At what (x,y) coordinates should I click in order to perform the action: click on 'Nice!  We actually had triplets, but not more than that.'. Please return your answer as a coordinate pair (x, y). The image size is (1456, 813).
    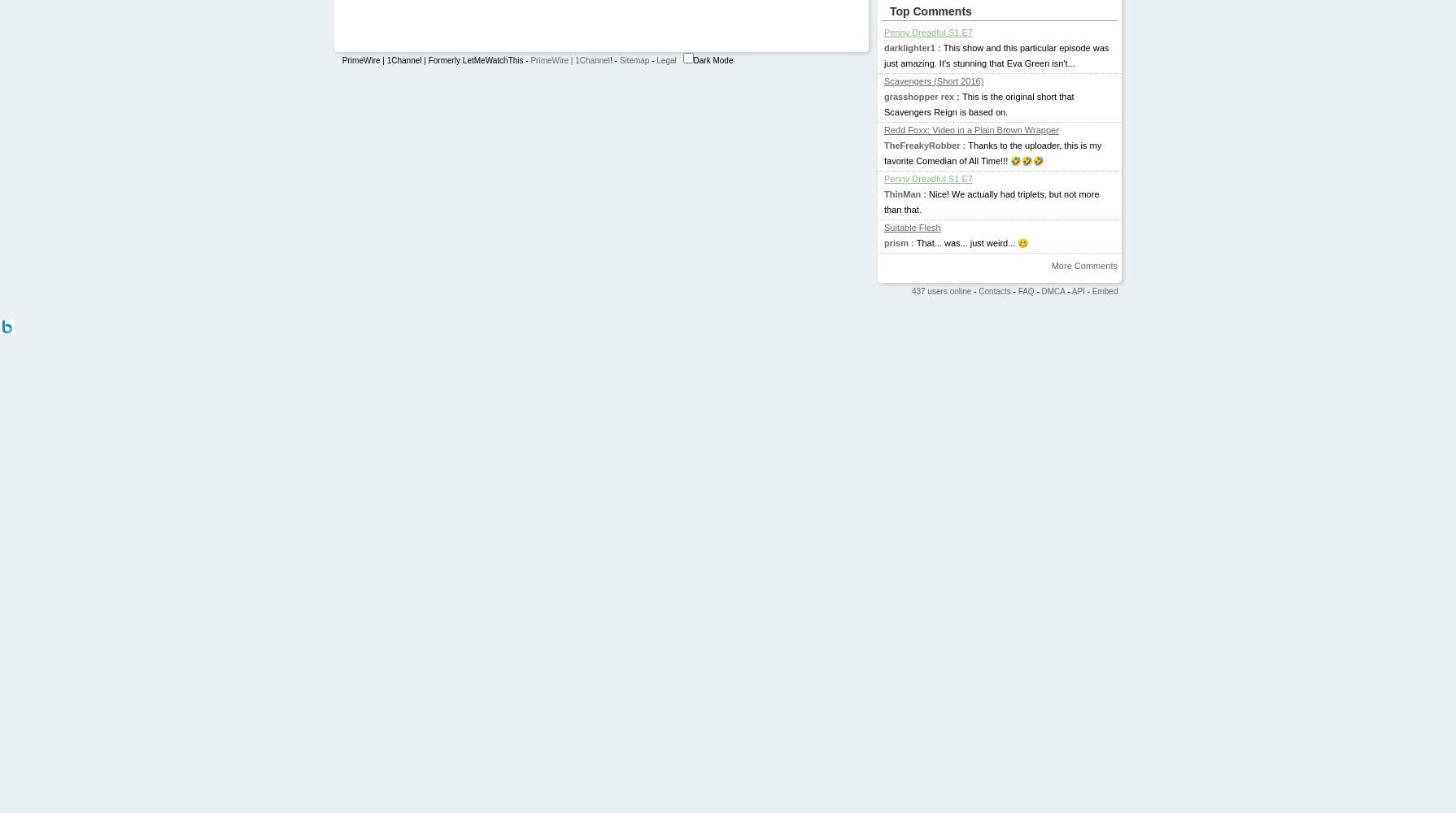
    Looking at the image, I should click on (991, 201).